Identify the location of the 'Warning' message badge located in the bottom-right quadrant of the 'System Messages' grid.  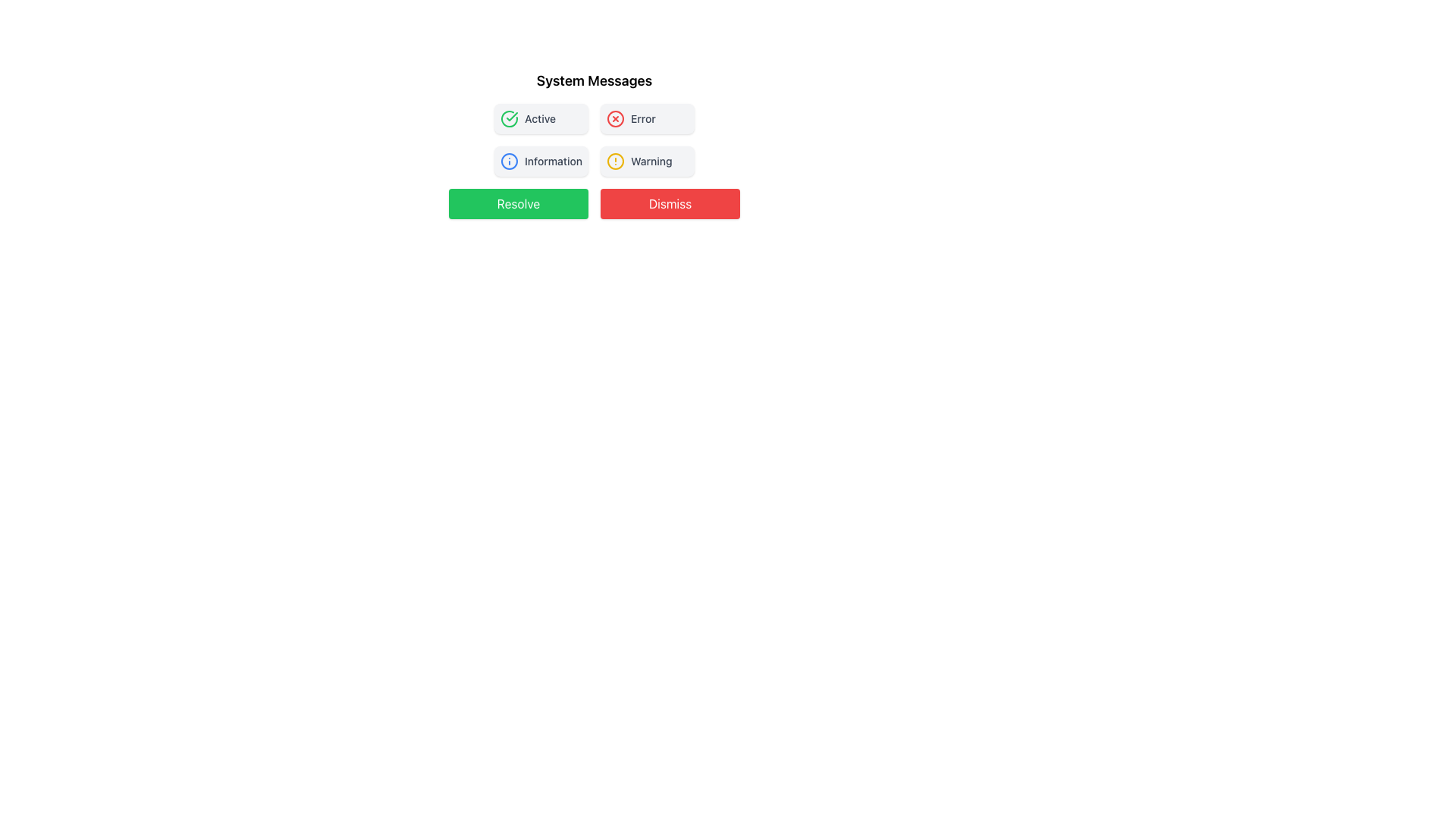
(648, 161).